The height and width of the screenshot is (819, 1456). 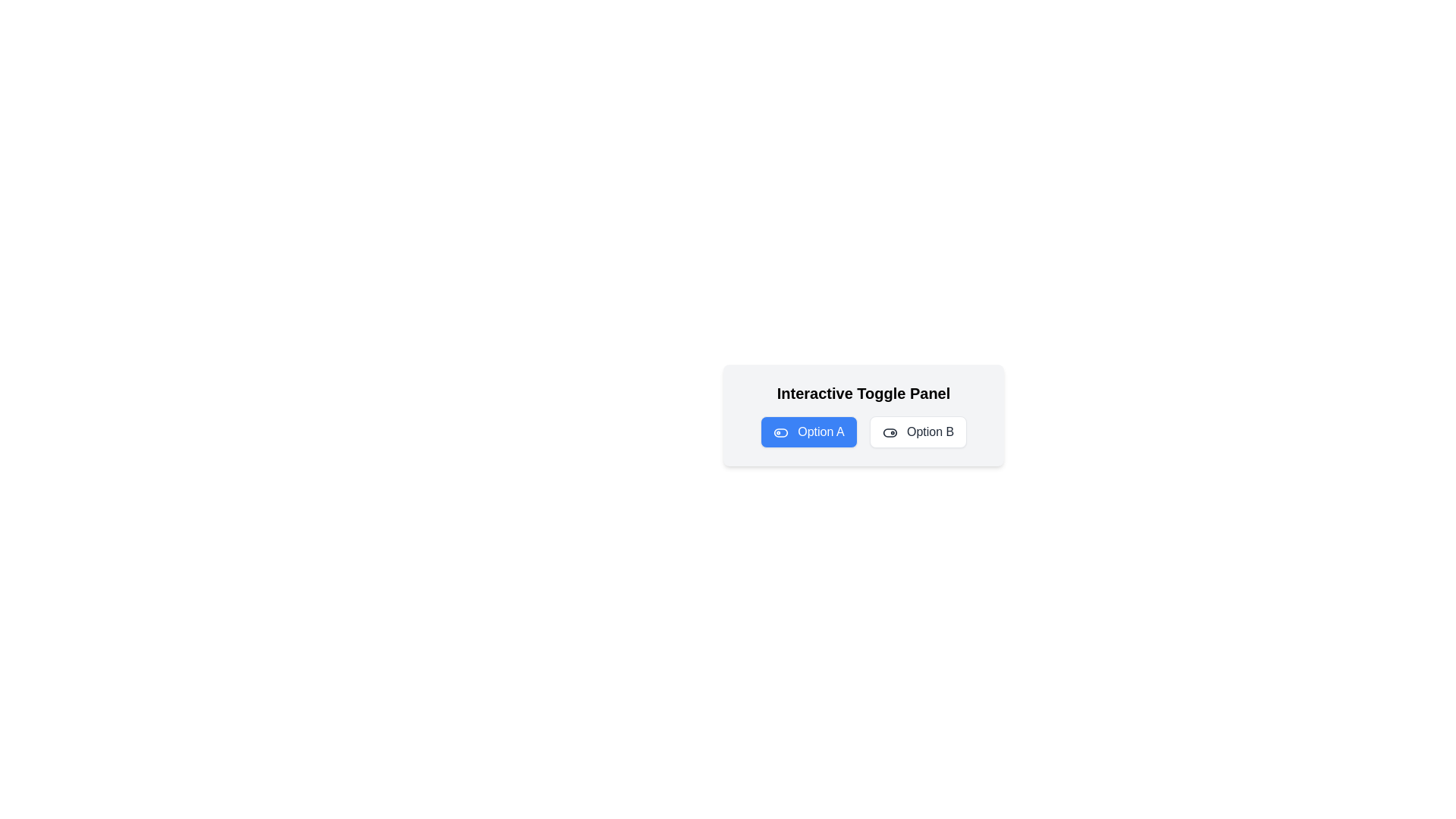 What do you see at coordinates (780, 432) in the screenshot?
I see `the toggle switch styled icon within the blue rectangular button labeled 'Option A'` at bounding box center [780, 432].